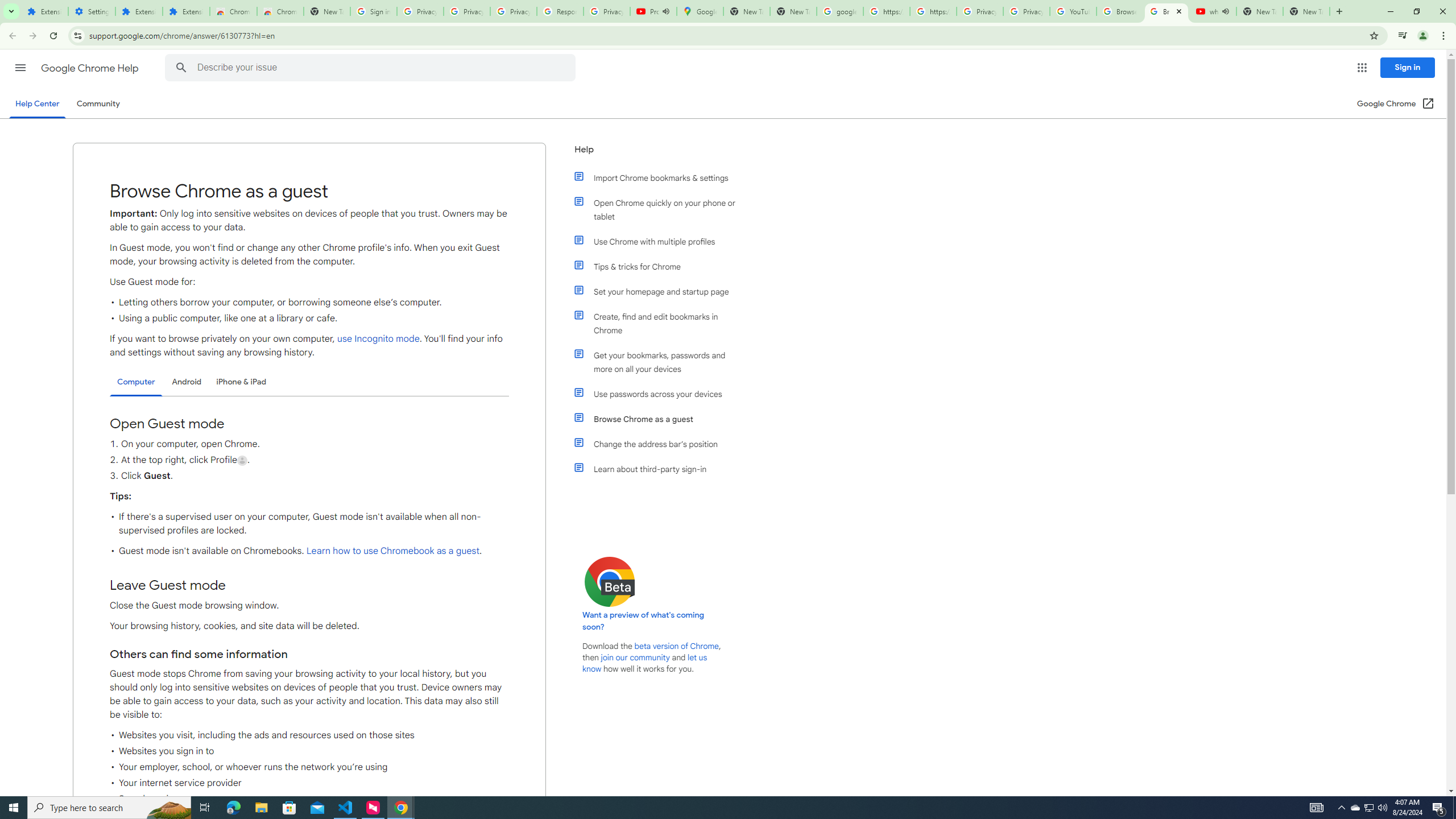  I want to click on 'YouTube', so click(1073, 11).